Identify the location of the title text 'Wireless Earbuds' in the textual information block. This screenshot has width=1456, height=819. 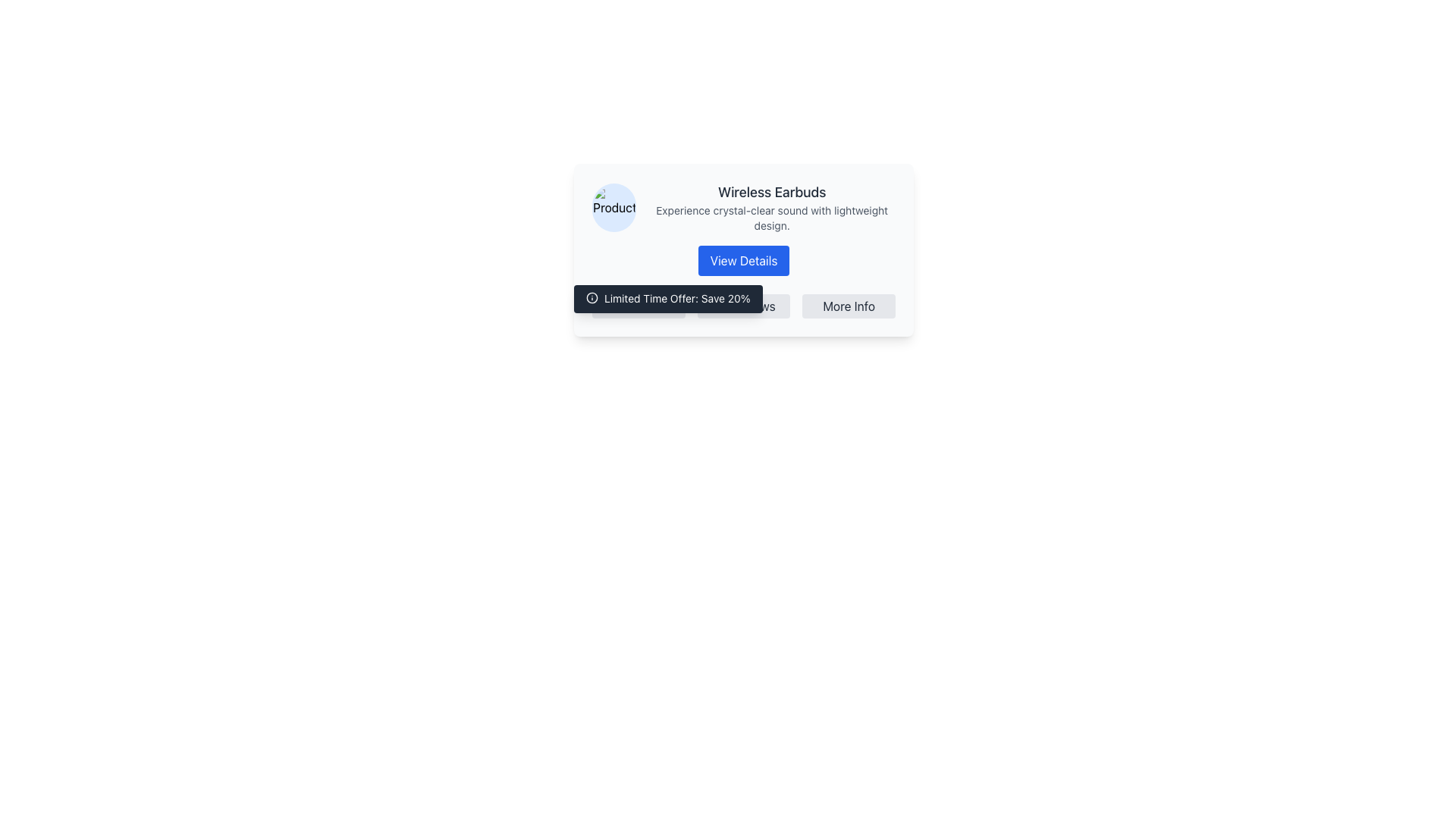
(771, 207).